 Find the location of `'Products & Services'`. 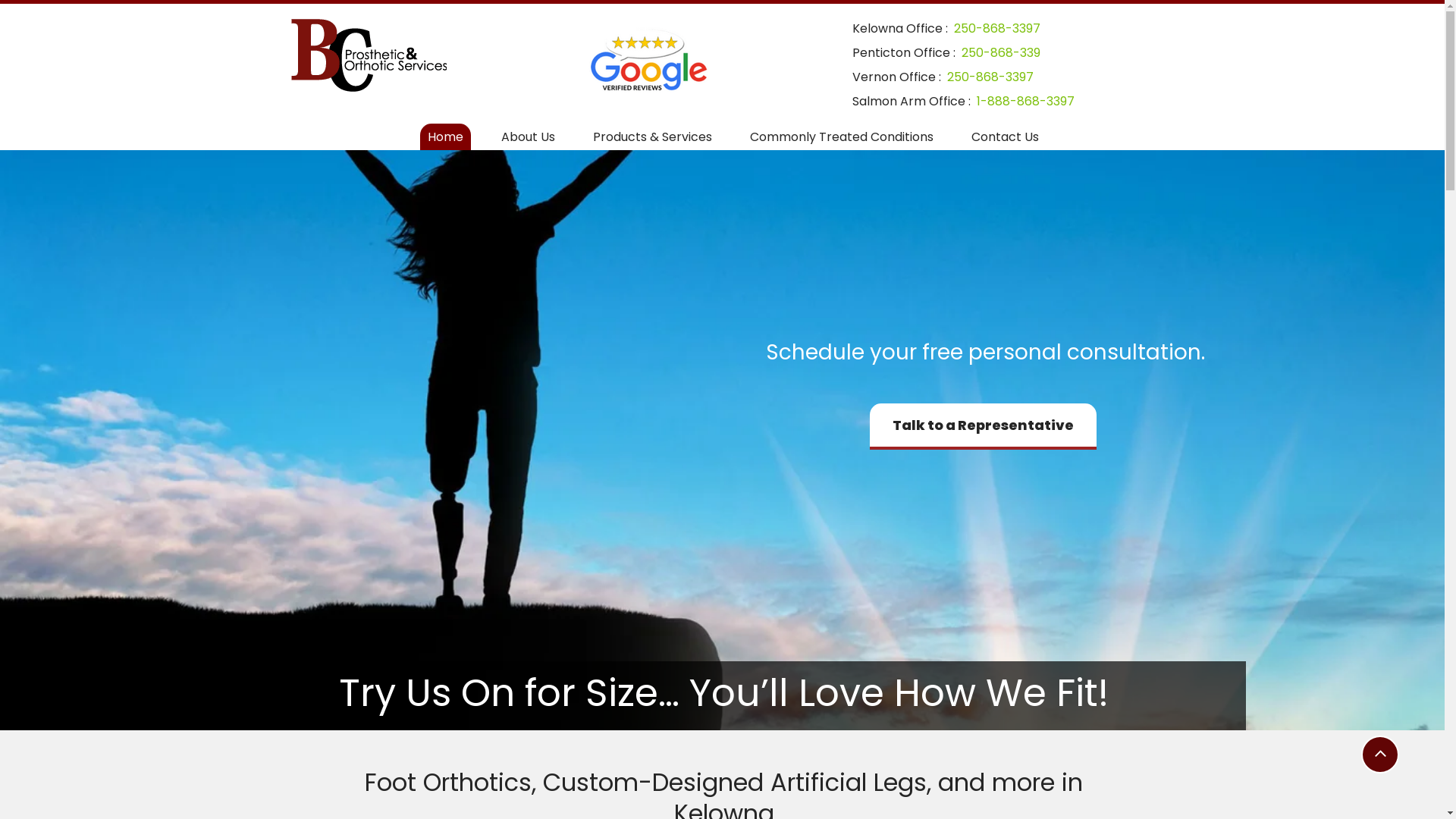

'Products & Services' is located at coordinates (652, 136).